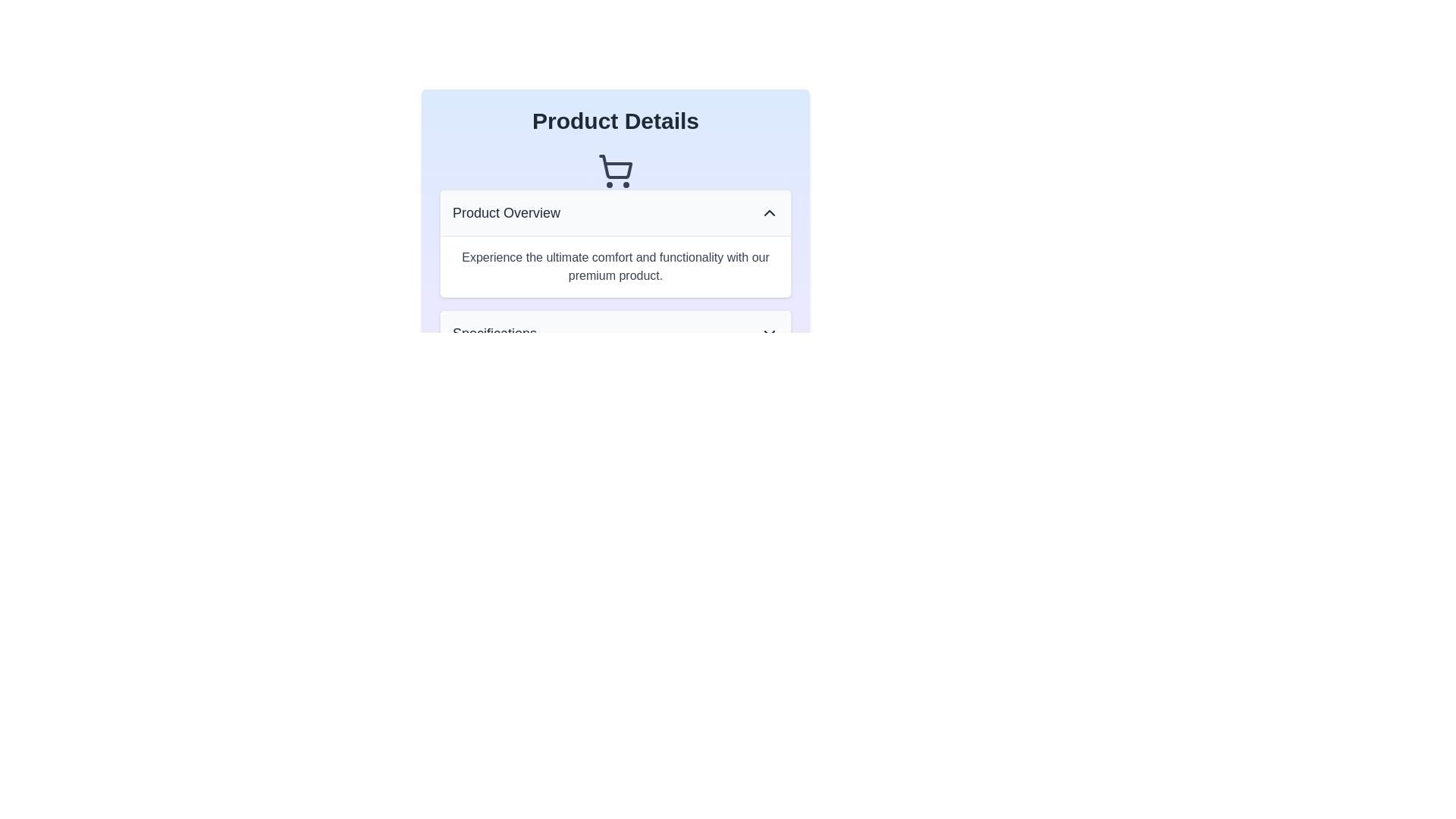 The image size is (1456, 819). What do you see at coordinates (616, 167) in the screenshot?
I see `the shopping cart icon's basket component located in the 'Product Details' interface, which is styled with a minimalist design and is centered beneath the section header` at bounding box center [616, 167].